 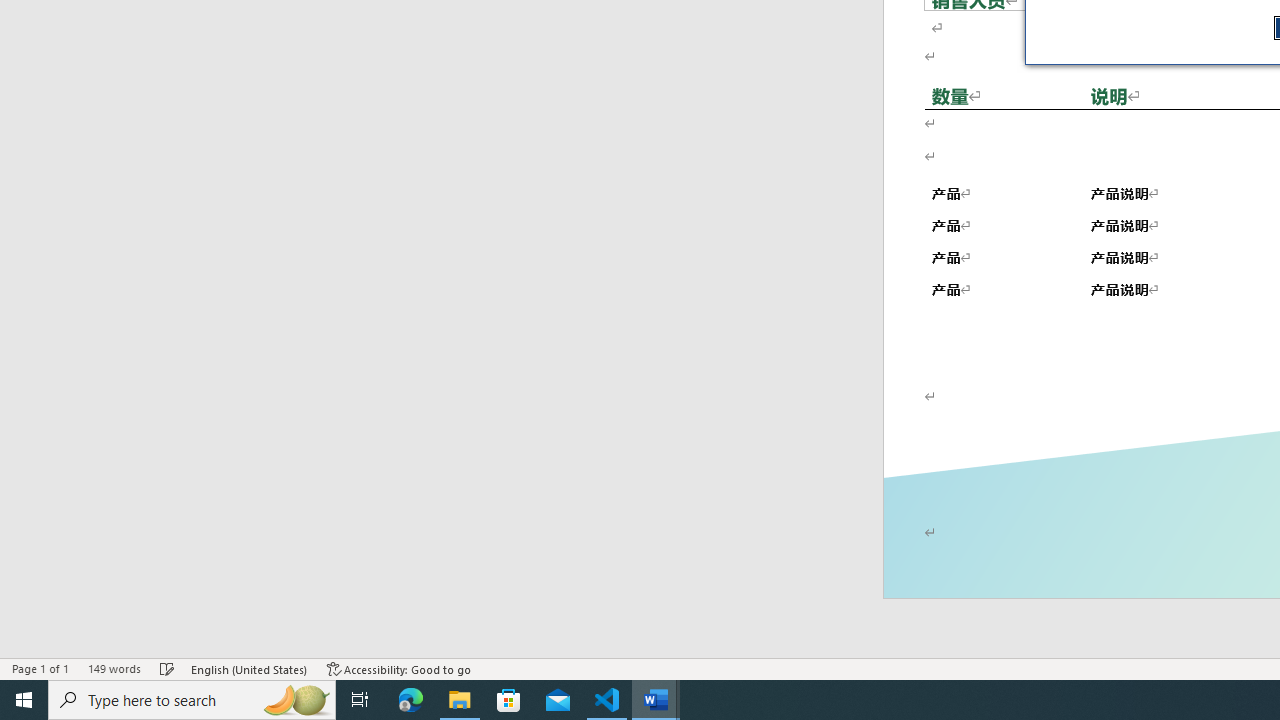 What do you see at coordinates (40, 669) in the screenshot?
I see `'Page Number Page 1 of 1'` at bounding box center [40, 669].